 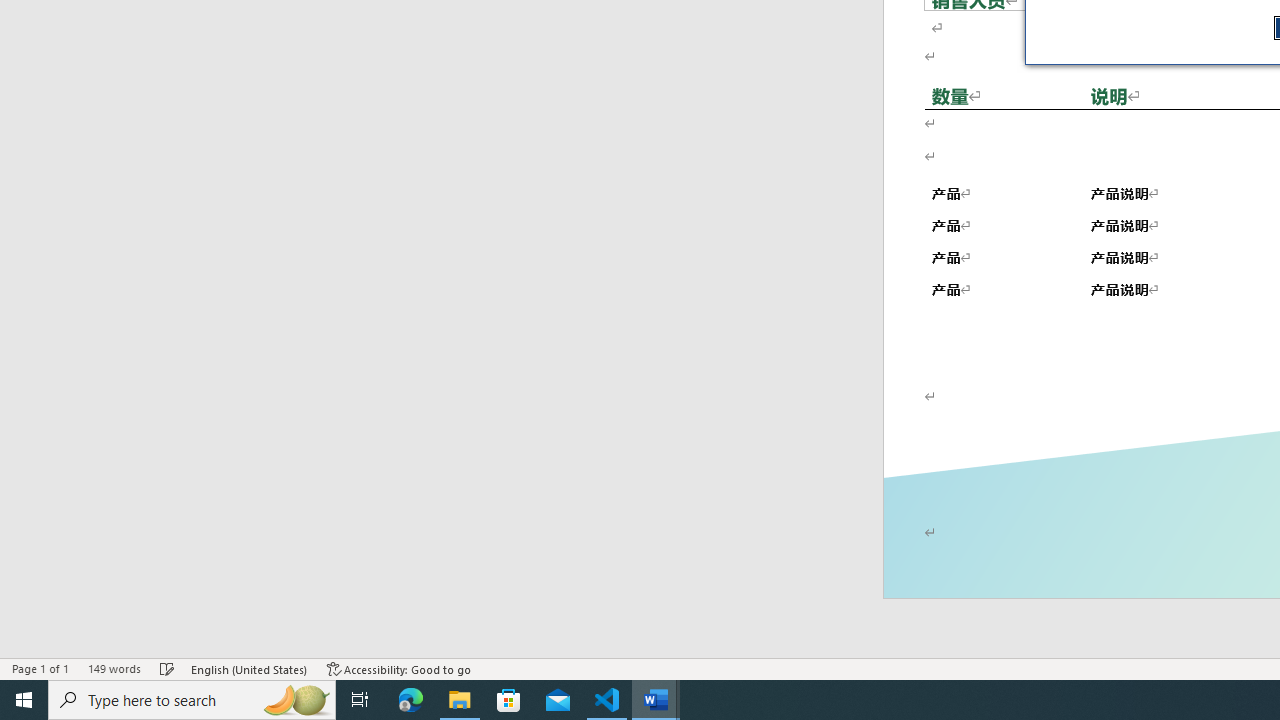 What do you see at coordinates (40, 669) in the screenshot?
I see `'Page Number Page 1 of 1'` at bounding box center [40, 669].